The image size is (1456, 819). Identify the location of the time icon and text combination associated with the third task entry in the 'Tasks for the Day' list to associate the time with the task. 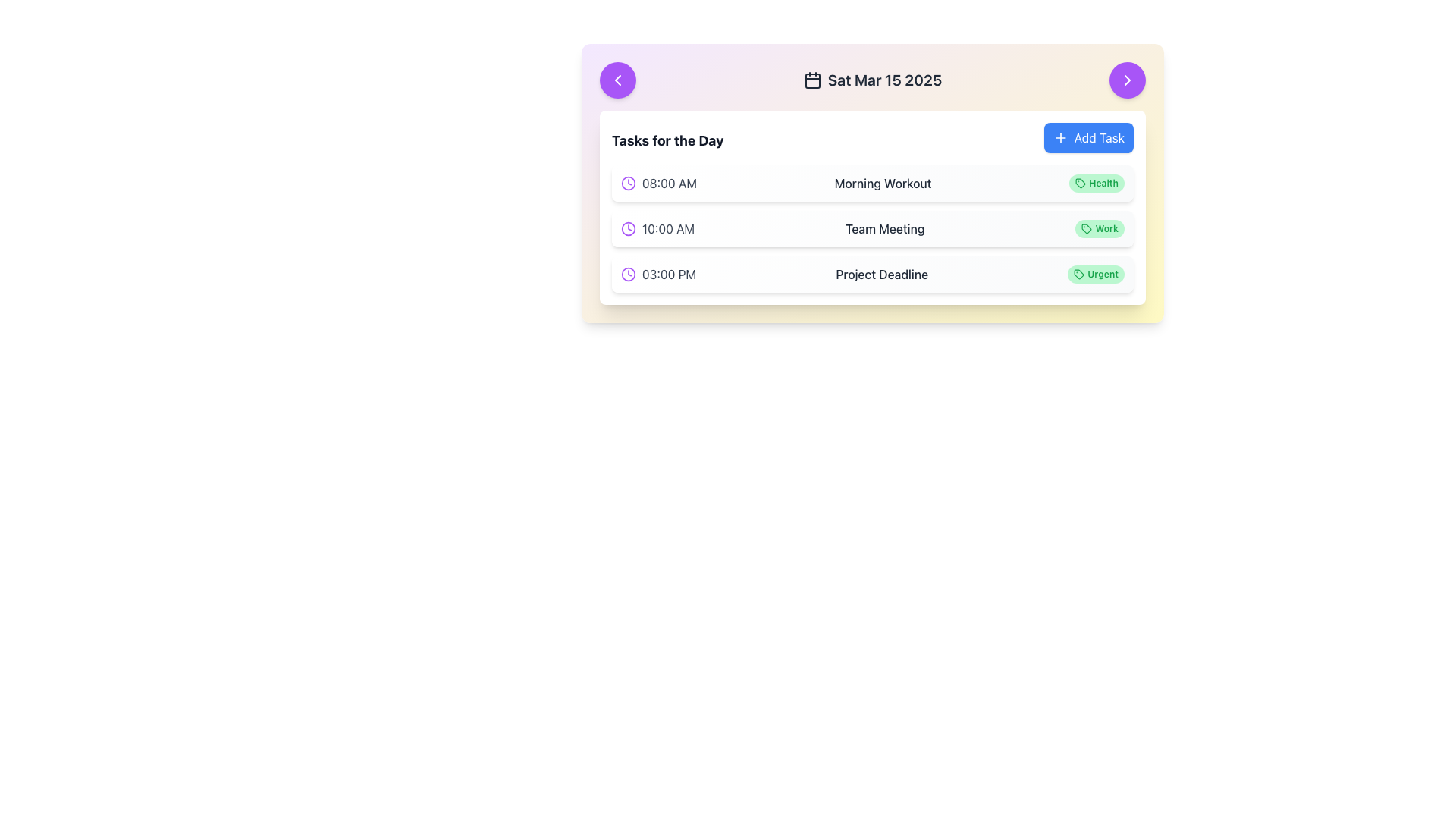
(658, 275).